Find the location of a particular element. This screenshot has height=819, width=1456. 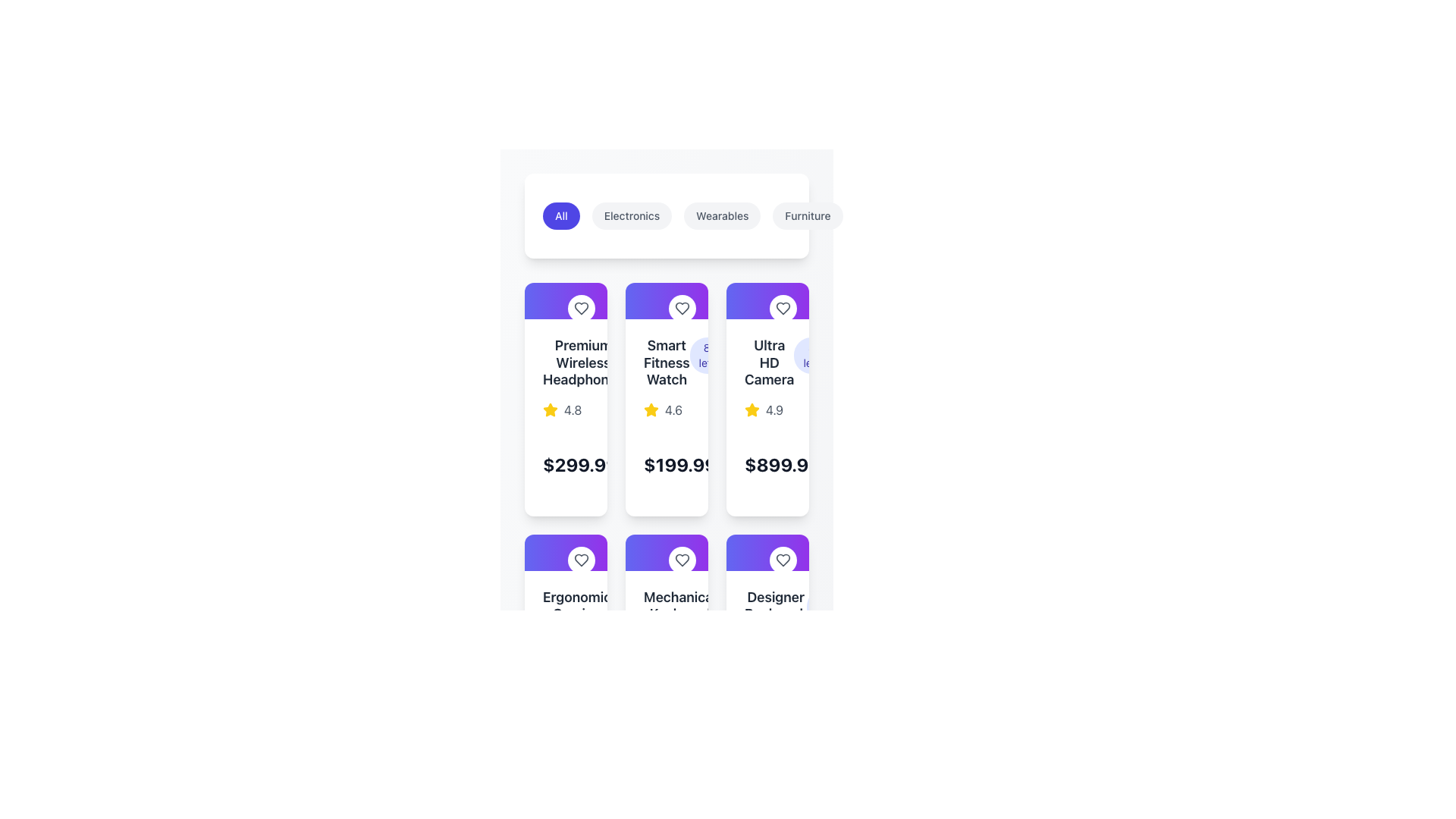

the heart-shaped icon within the white circular button to favorite the item is located at coordinates (581, 560).